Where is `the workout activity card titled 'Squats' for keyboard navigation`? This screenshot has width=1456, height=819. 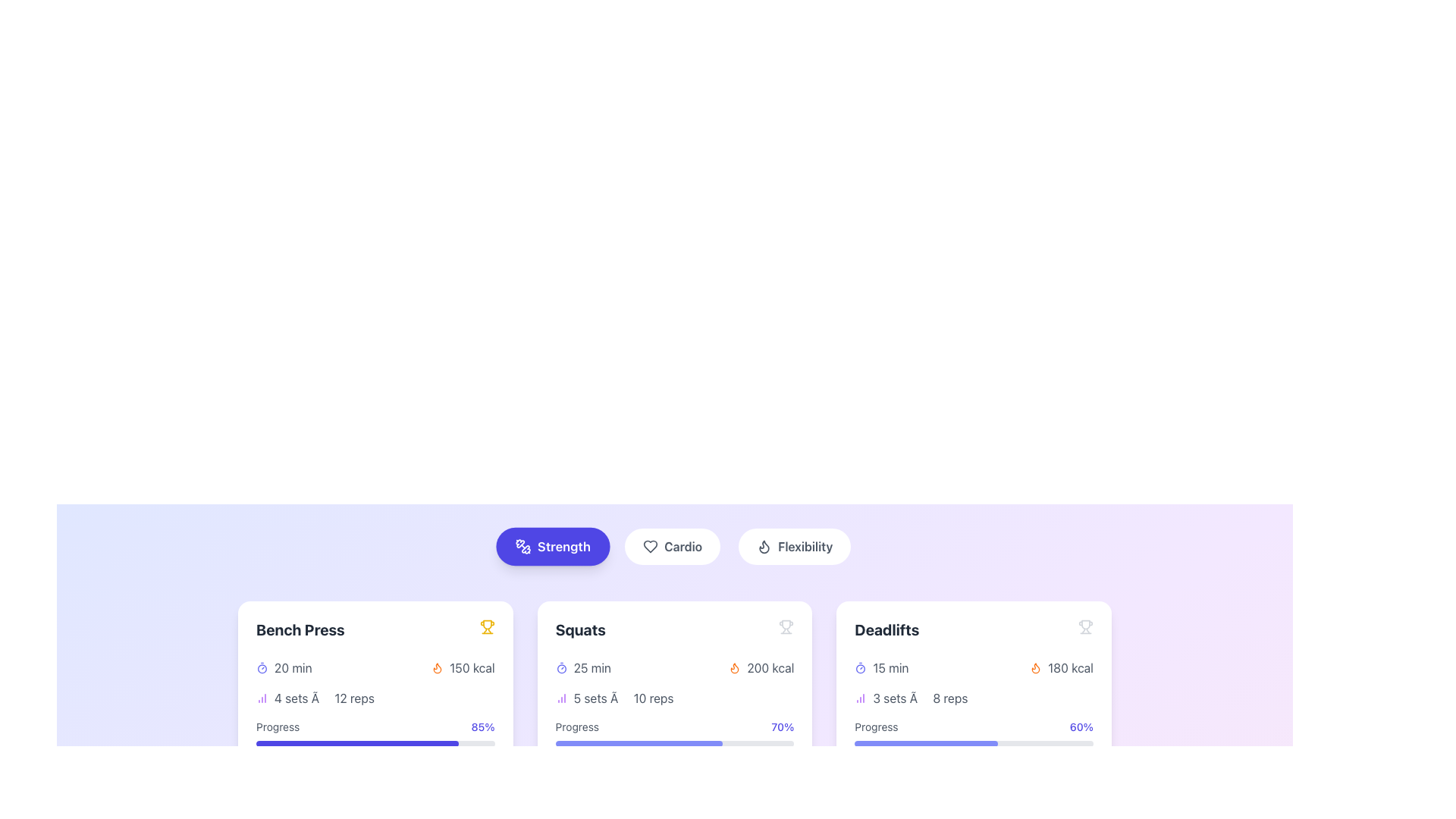
the workout activity card titled 'Squats' for keyboard navigation is located at coordinates (673, 704).